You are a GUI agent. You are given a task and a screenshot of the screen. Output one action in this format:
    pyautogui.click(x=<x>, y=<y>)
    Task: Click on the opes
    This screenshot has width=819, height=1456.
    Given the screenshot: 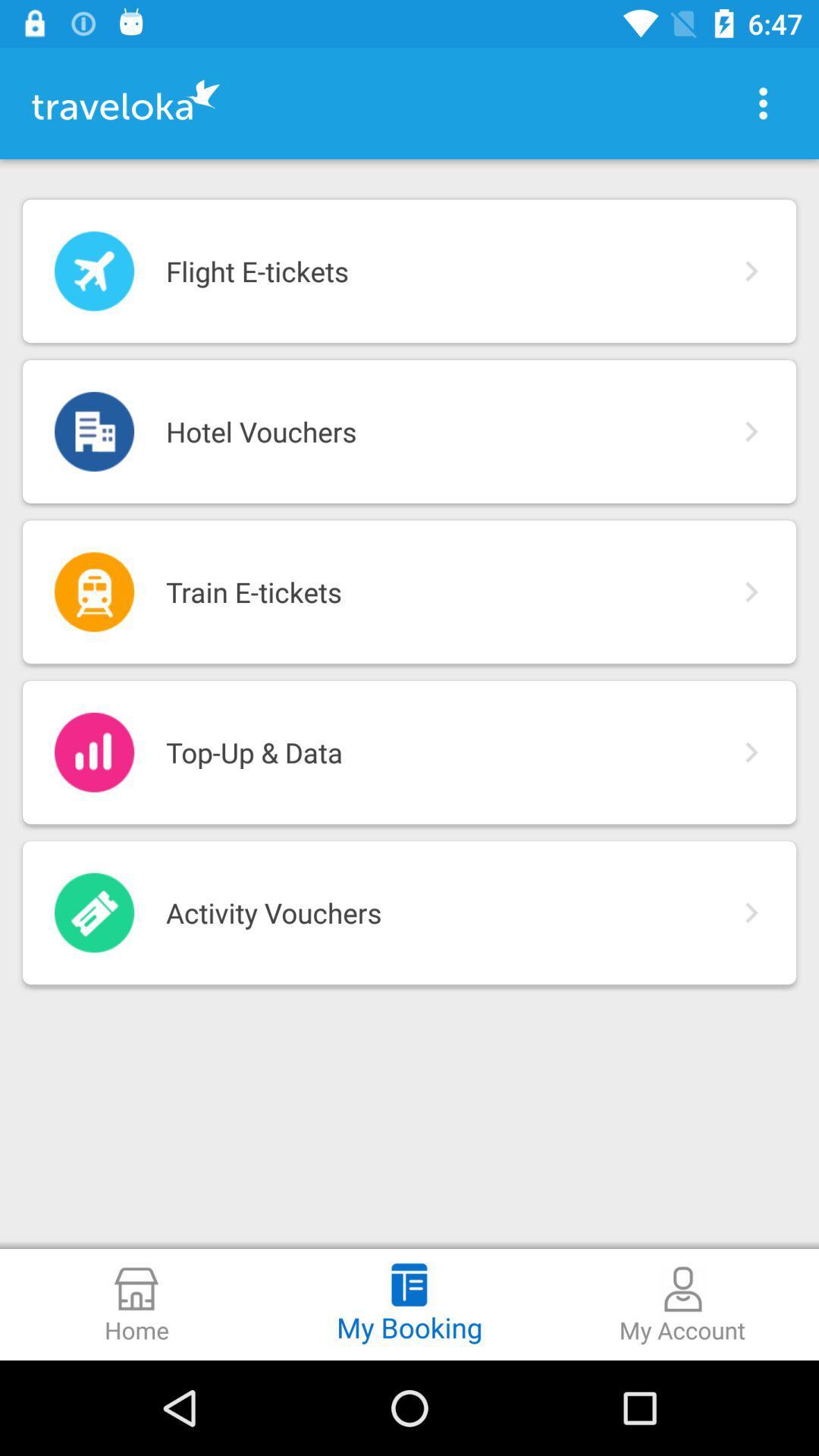 What is the action you would take?
    pyautogui.click(x=763, y=102)
    